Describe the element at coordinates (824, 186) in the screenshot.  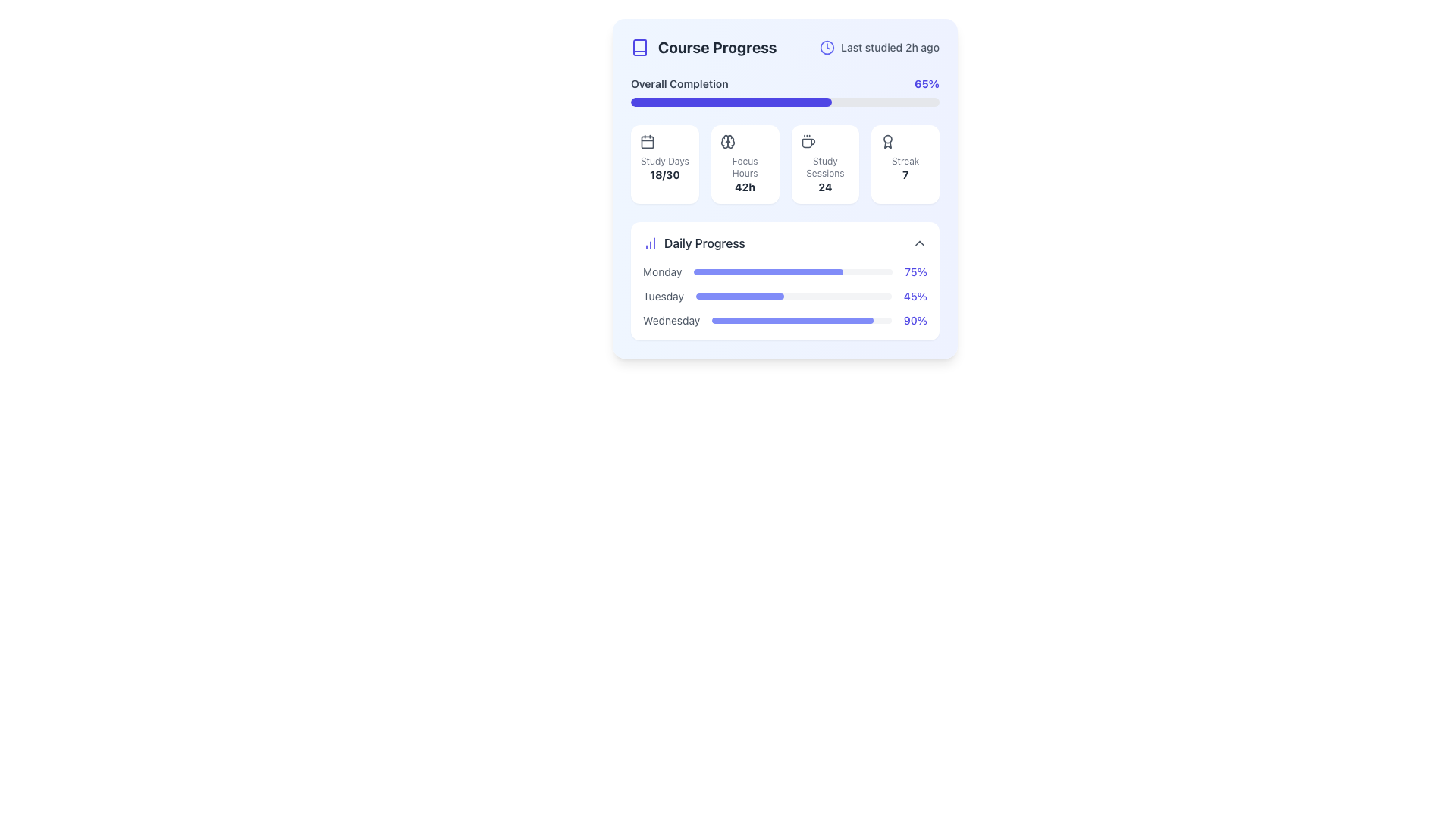
I see `the text displaying the numeric value '24' in bold font located below the label 'Study Sessions' within a white card` at that location.